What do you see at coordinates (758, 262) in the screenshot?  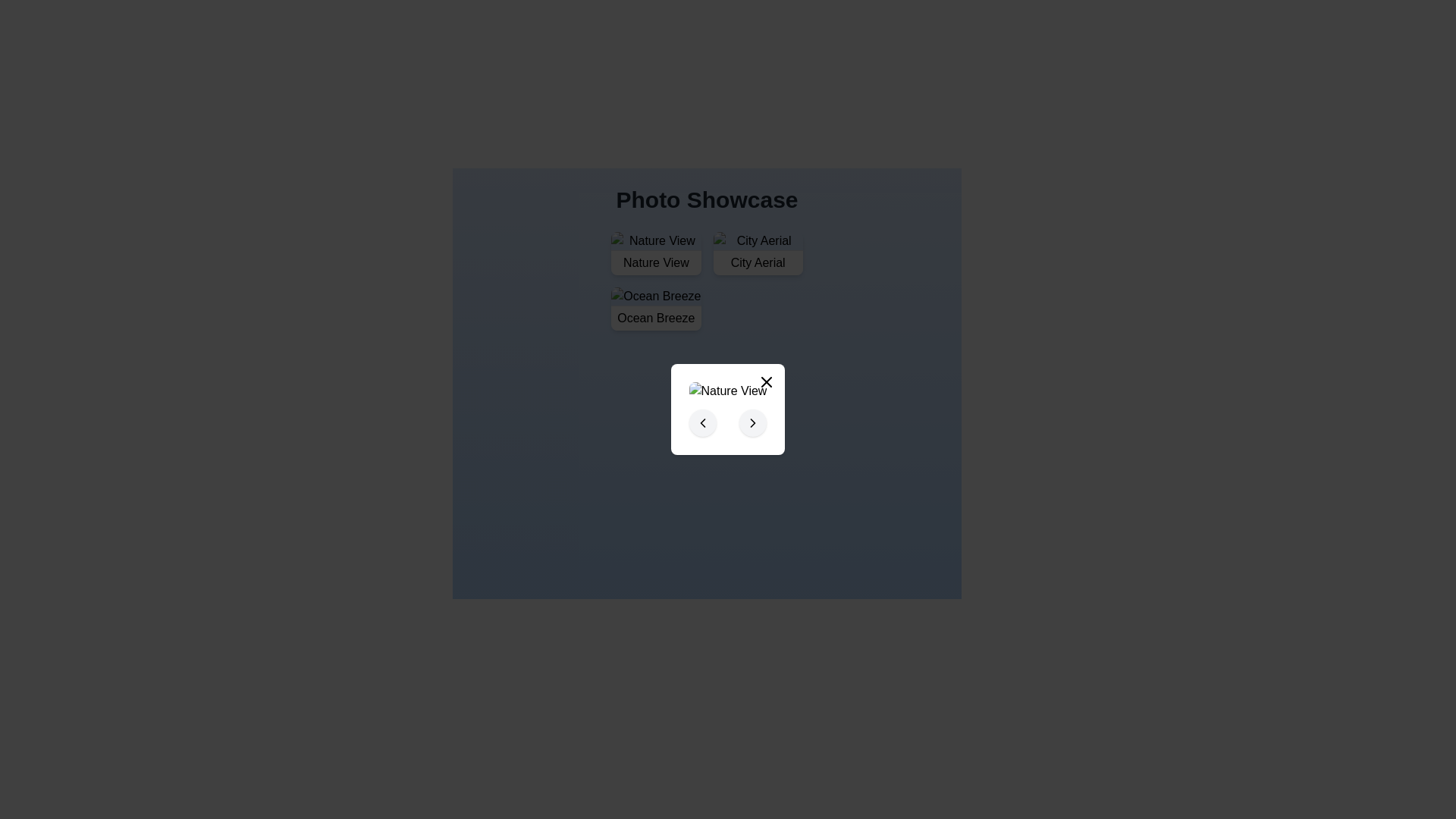 I see `the descriptive text label for the image 'City Aerial' located in the second column of the grid in the 'Photo Showcase' section` at bounding box center [758, 262].